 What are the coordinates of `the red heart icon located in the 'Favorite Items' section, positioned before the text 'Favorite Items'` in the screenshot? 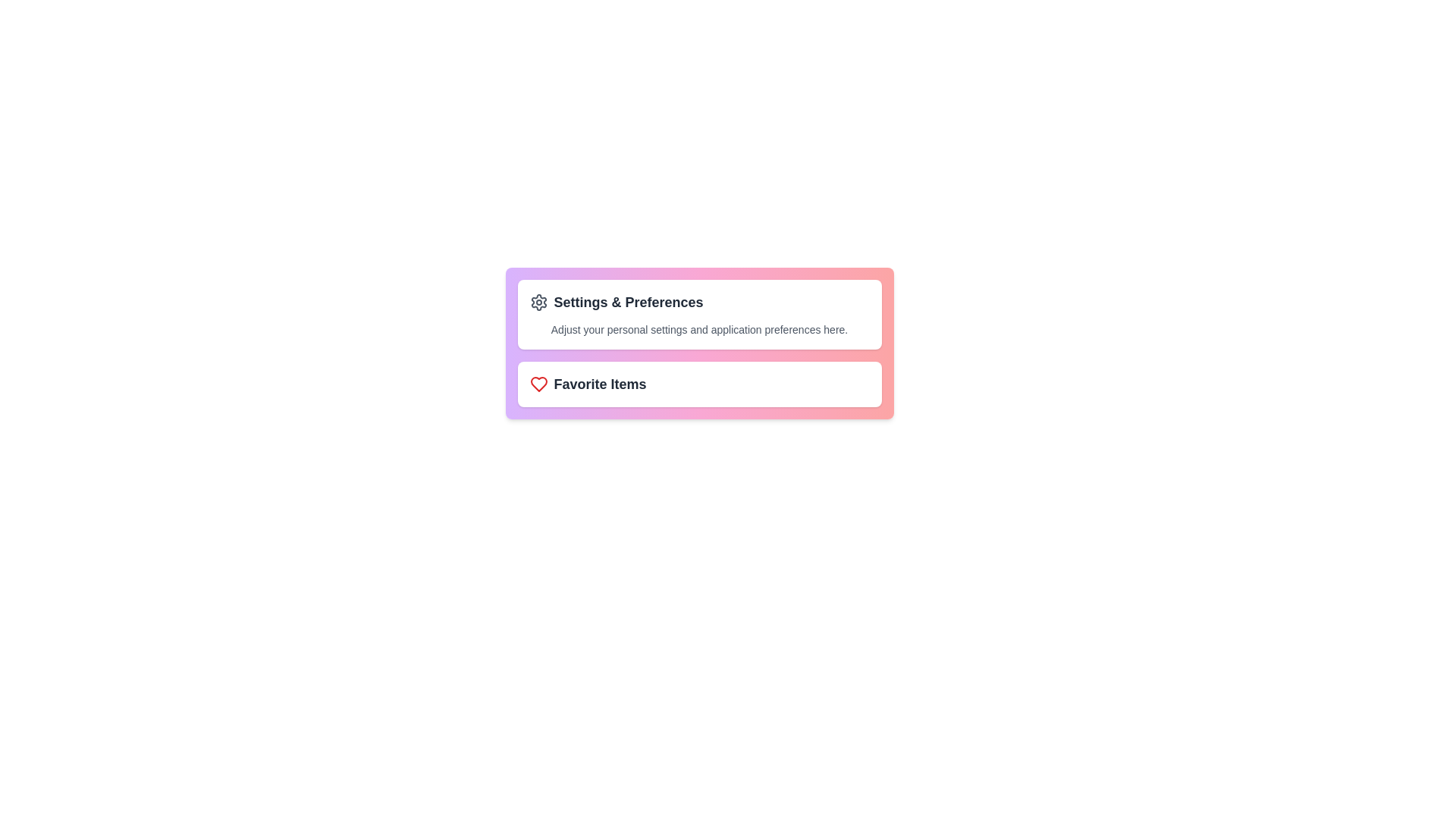 It's located at (538, 383).